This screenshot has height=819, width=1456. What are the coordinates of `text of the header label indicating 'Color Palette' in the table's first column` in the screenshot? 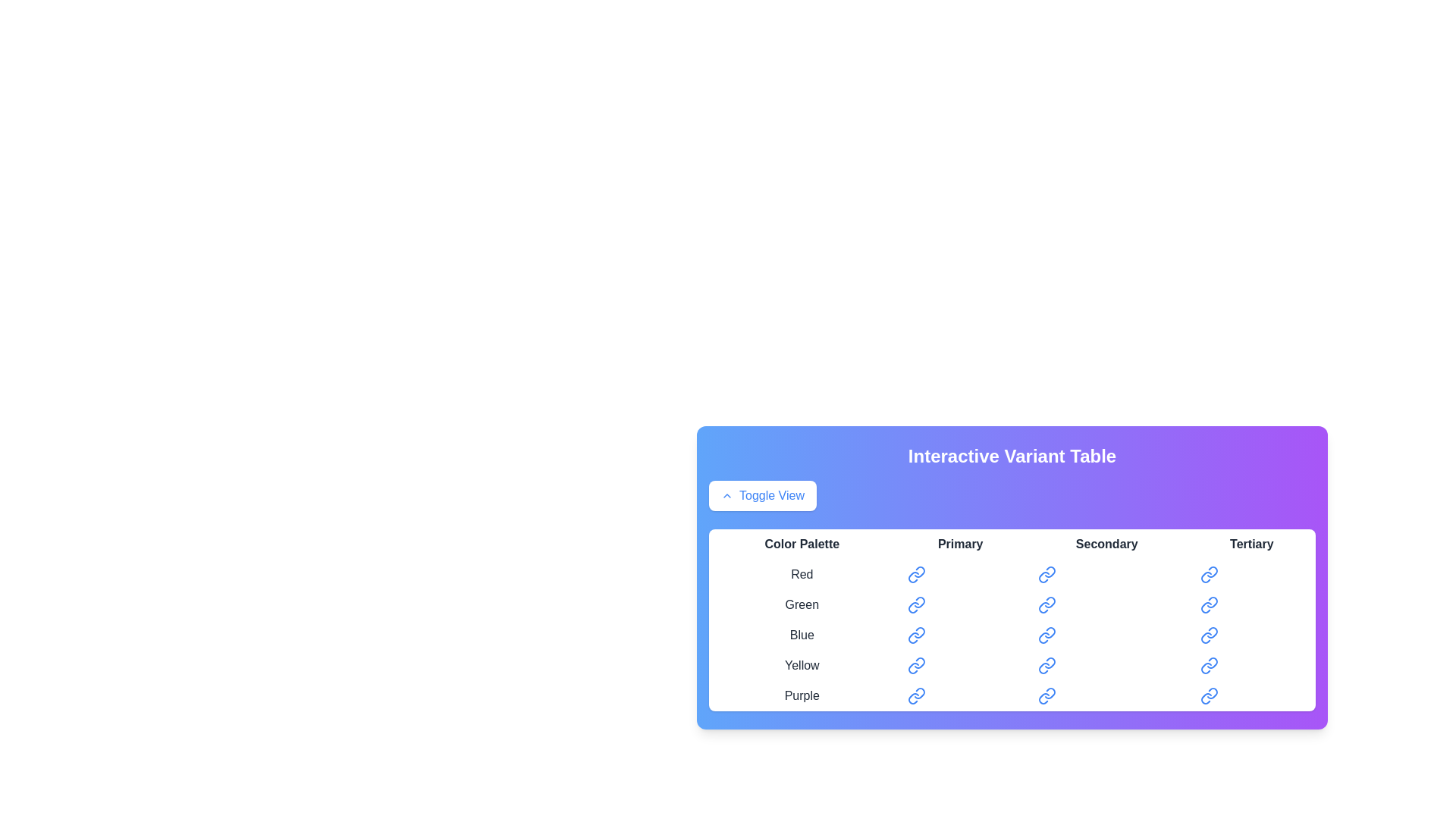 It's located at (801, 543).